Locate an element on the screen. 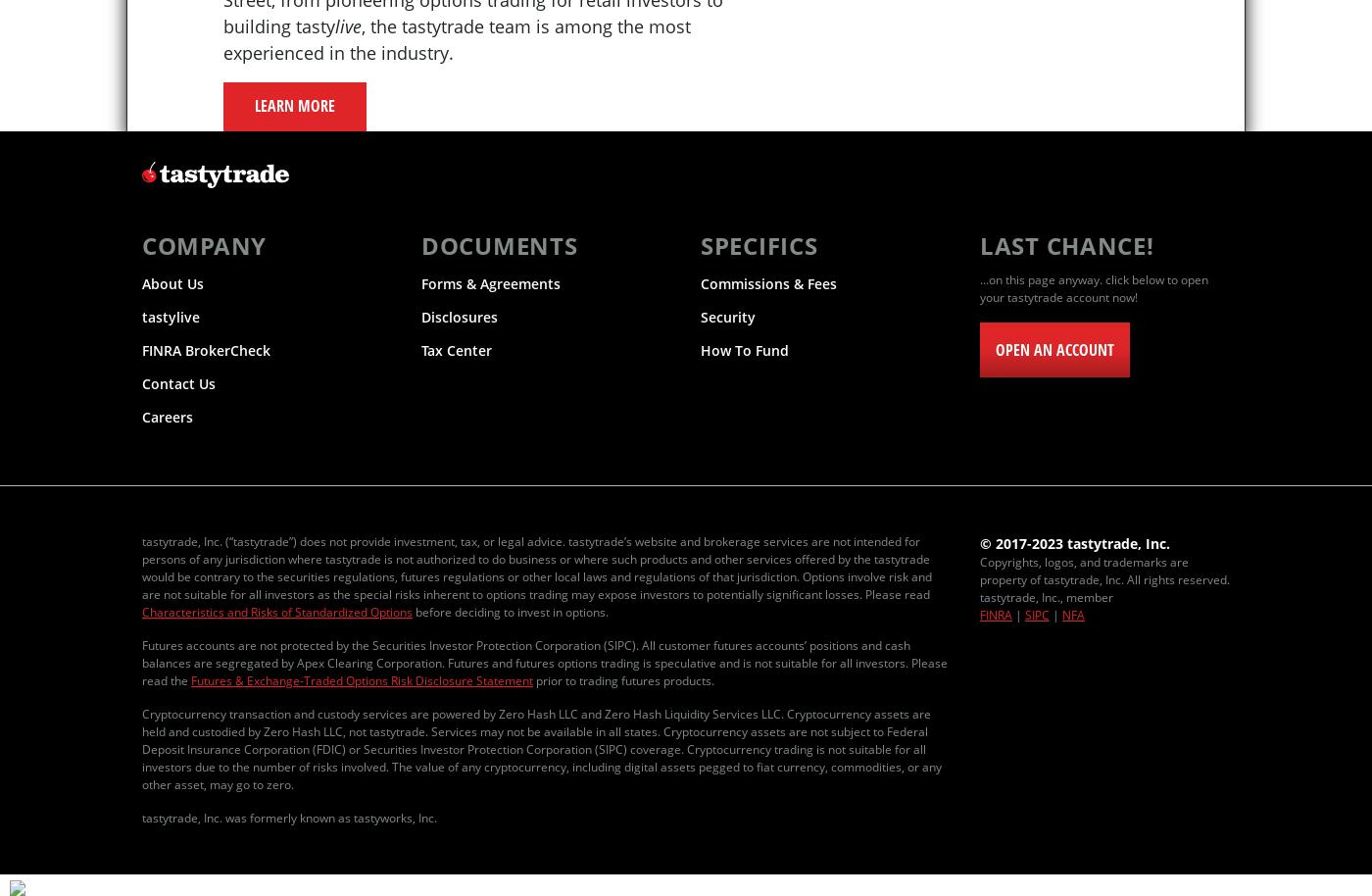  'About Us' is located at coordinates (172, 283).